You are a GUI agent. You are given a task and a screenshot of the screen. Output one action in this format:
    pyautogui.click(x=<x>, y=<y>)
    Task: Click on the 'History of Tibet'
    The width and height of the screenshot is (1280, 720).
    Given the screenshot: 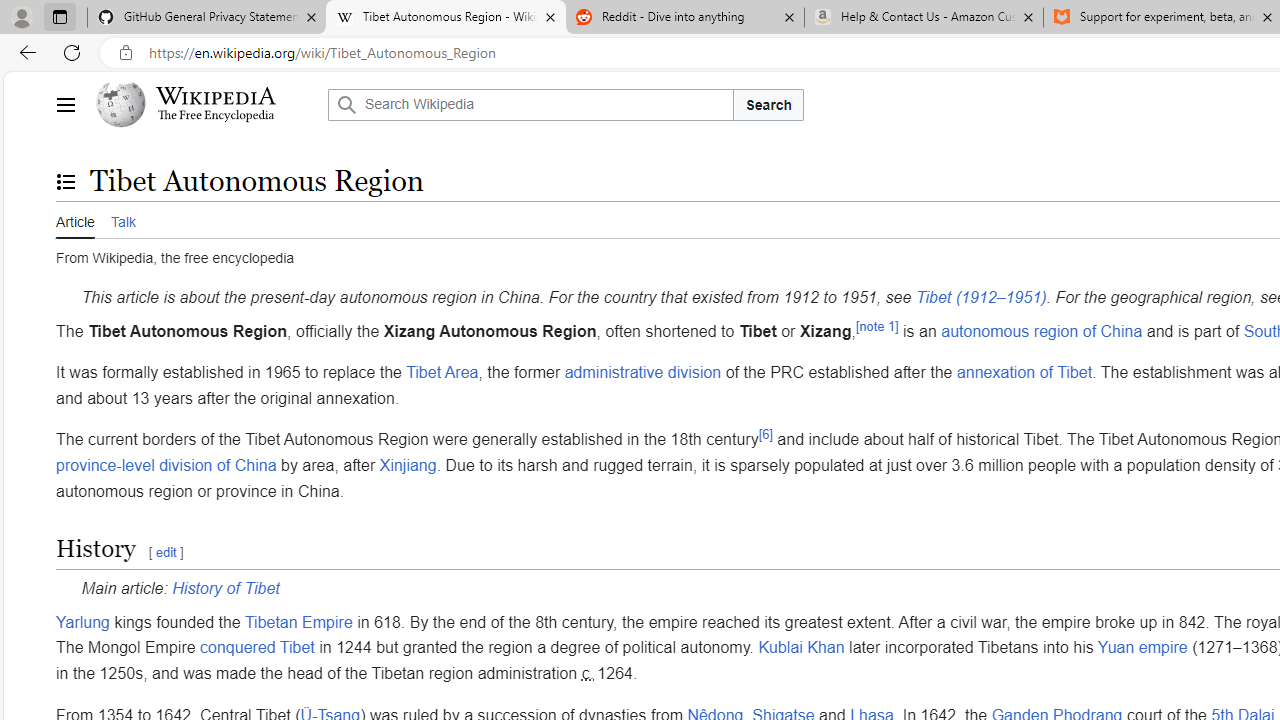 What is the action you would take?
    pyautogui.click(x=225, y=588)
    